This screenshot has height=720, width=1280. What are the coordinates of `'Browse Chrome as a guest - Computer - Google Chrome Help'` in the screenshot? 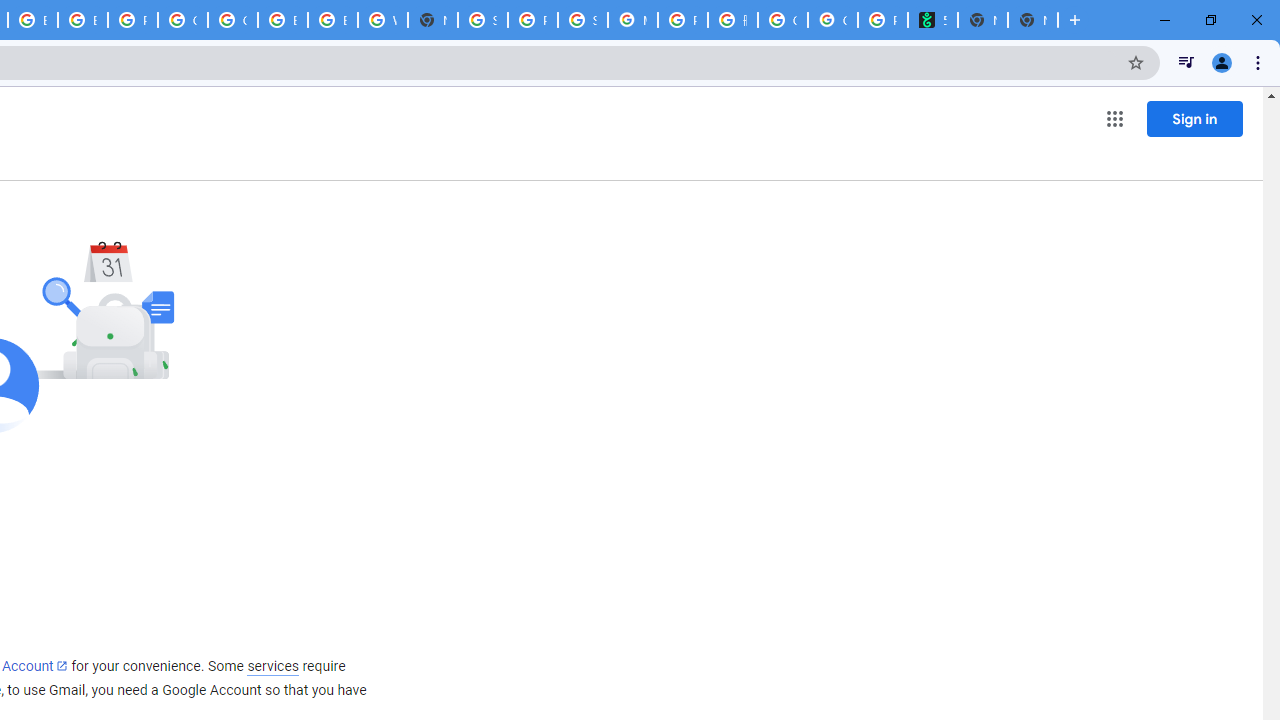 It's located at (282, 20).